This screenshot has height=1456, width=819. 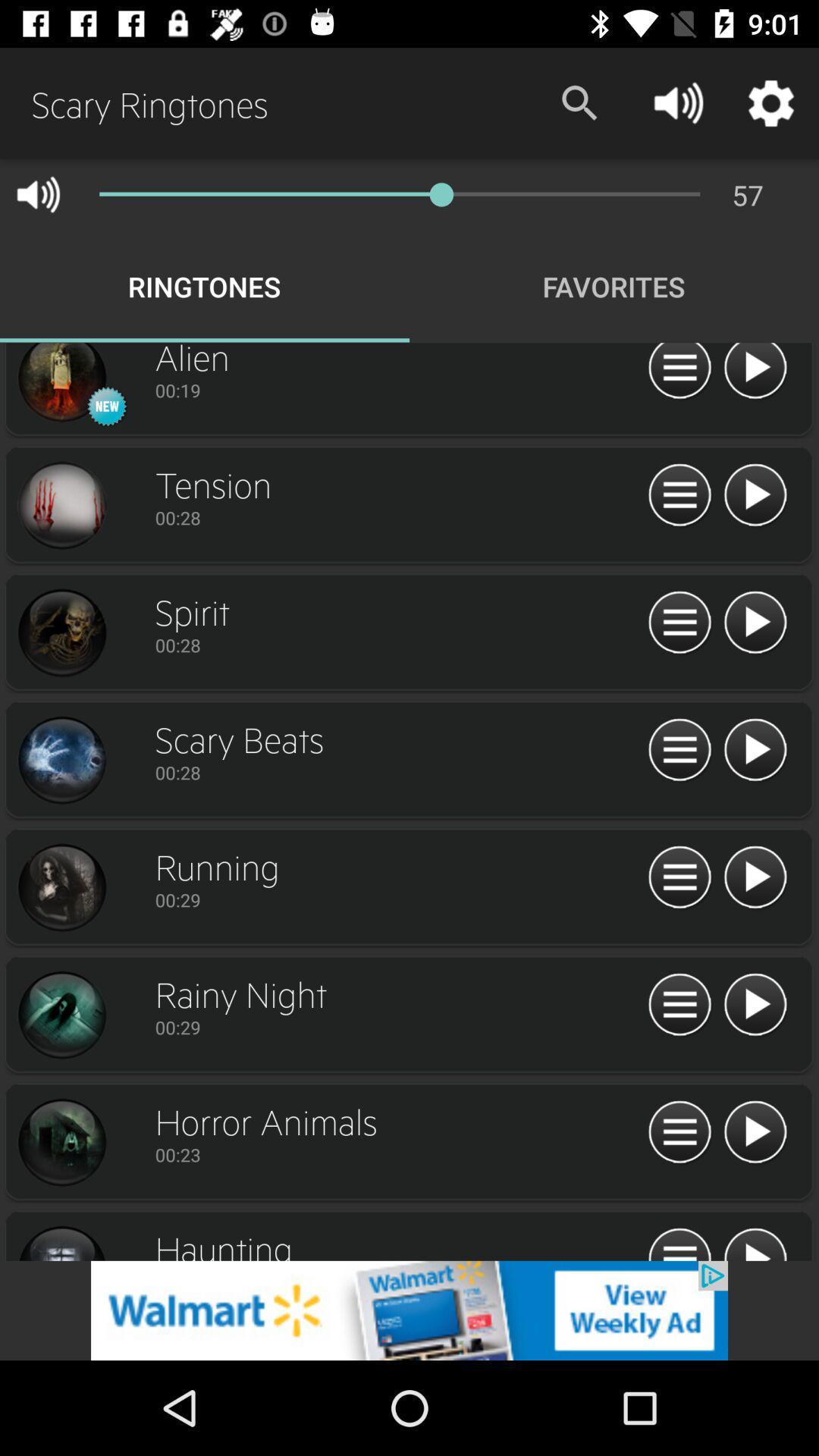 I want to click on switch to more options, so click(x=679, y=373).